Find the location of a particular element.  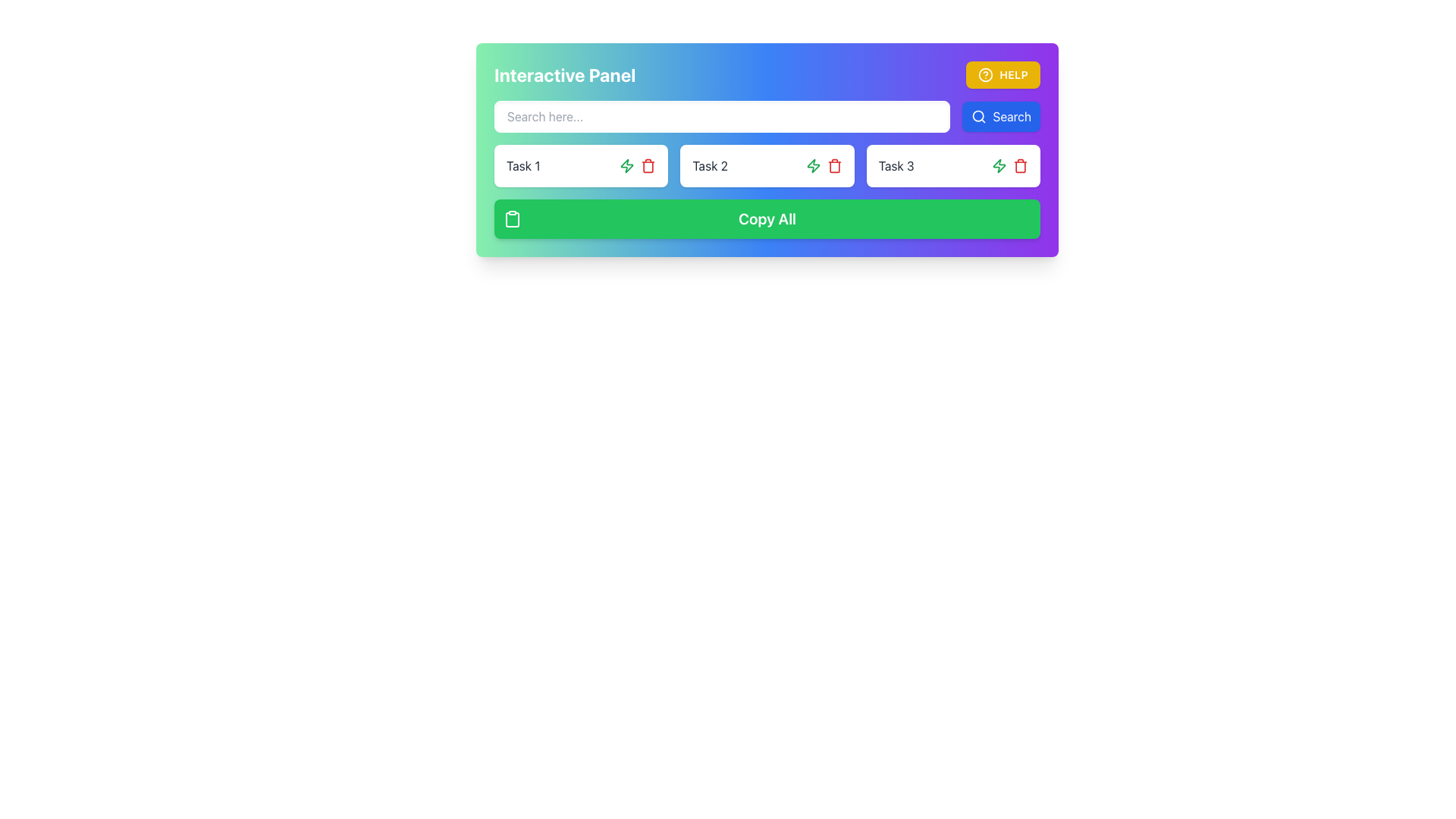

the red trash bin icon is located at coordinates (1020, 166).